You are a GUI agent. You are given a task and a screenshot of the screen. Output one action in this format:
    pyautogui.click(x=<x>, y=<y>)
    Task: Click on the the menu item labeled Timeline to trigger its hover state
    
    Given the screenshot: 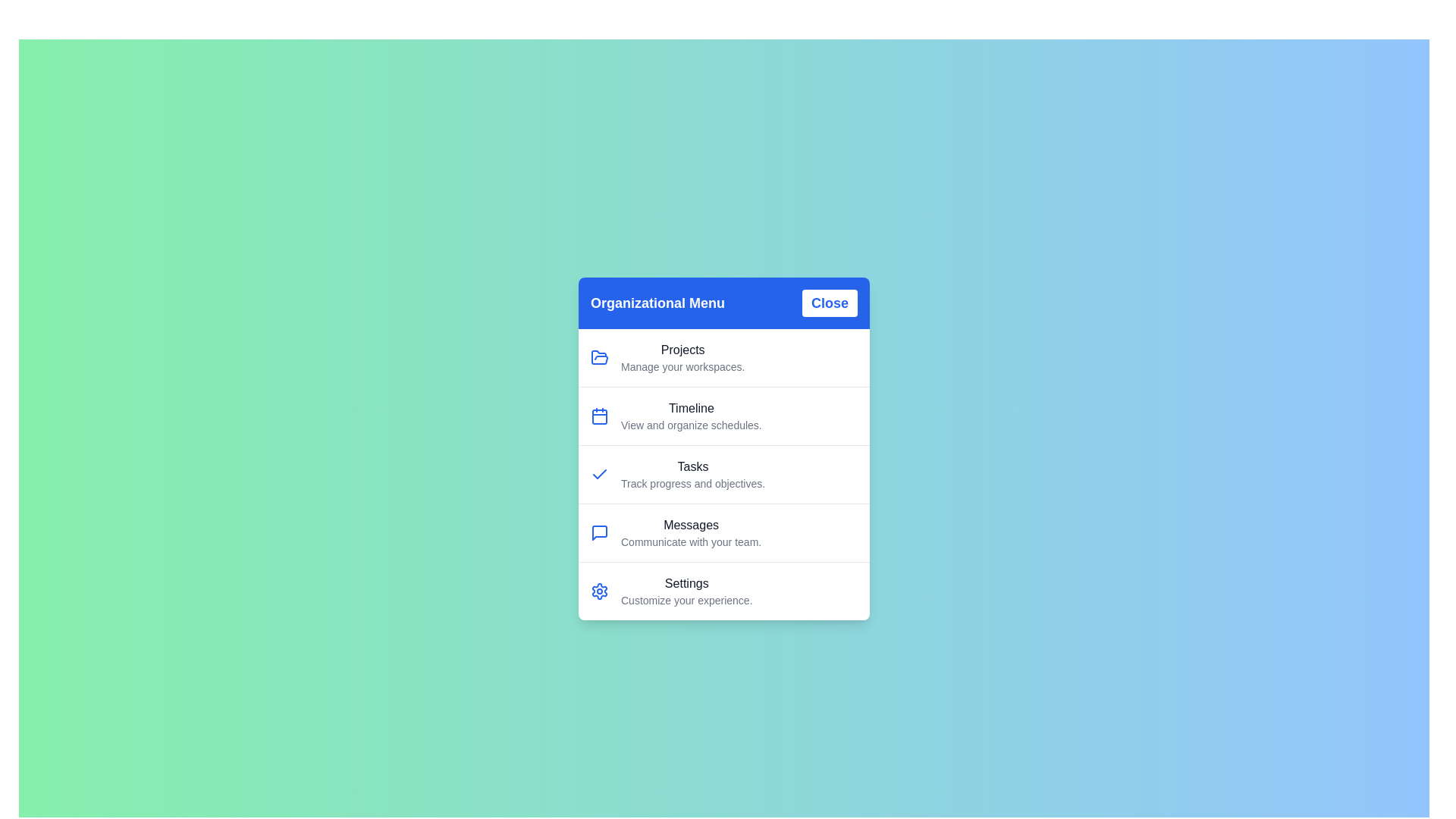 What is the action you would take?
    pyautogui.click(x=723, y=415)
    